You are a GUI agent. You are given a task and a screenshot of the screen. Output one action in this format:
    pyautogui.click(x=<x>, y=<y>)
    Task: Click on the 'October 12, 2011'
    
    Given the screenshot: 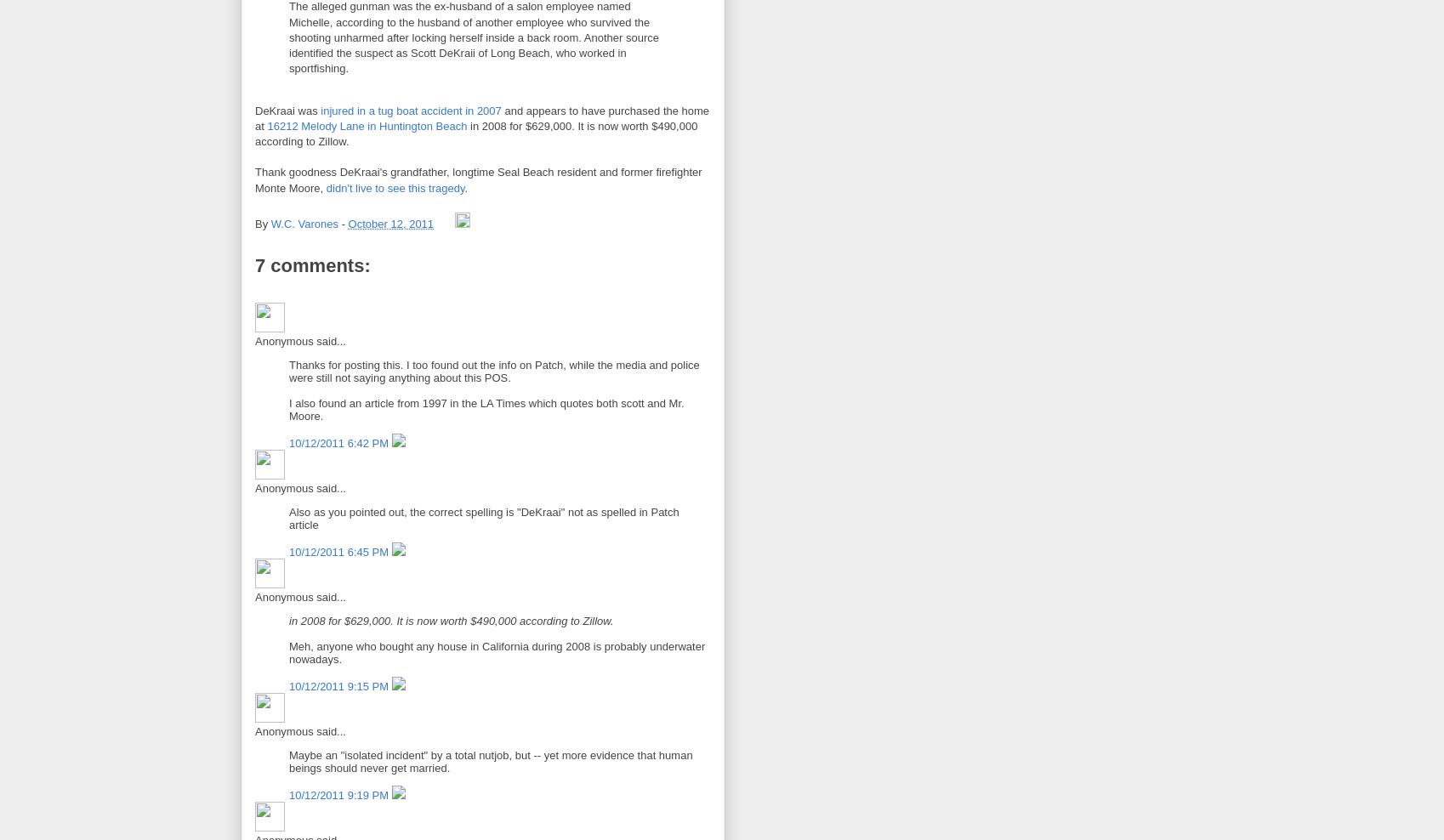 What is the action you would take?
    pyautogui.click(x=389, y=223)
    